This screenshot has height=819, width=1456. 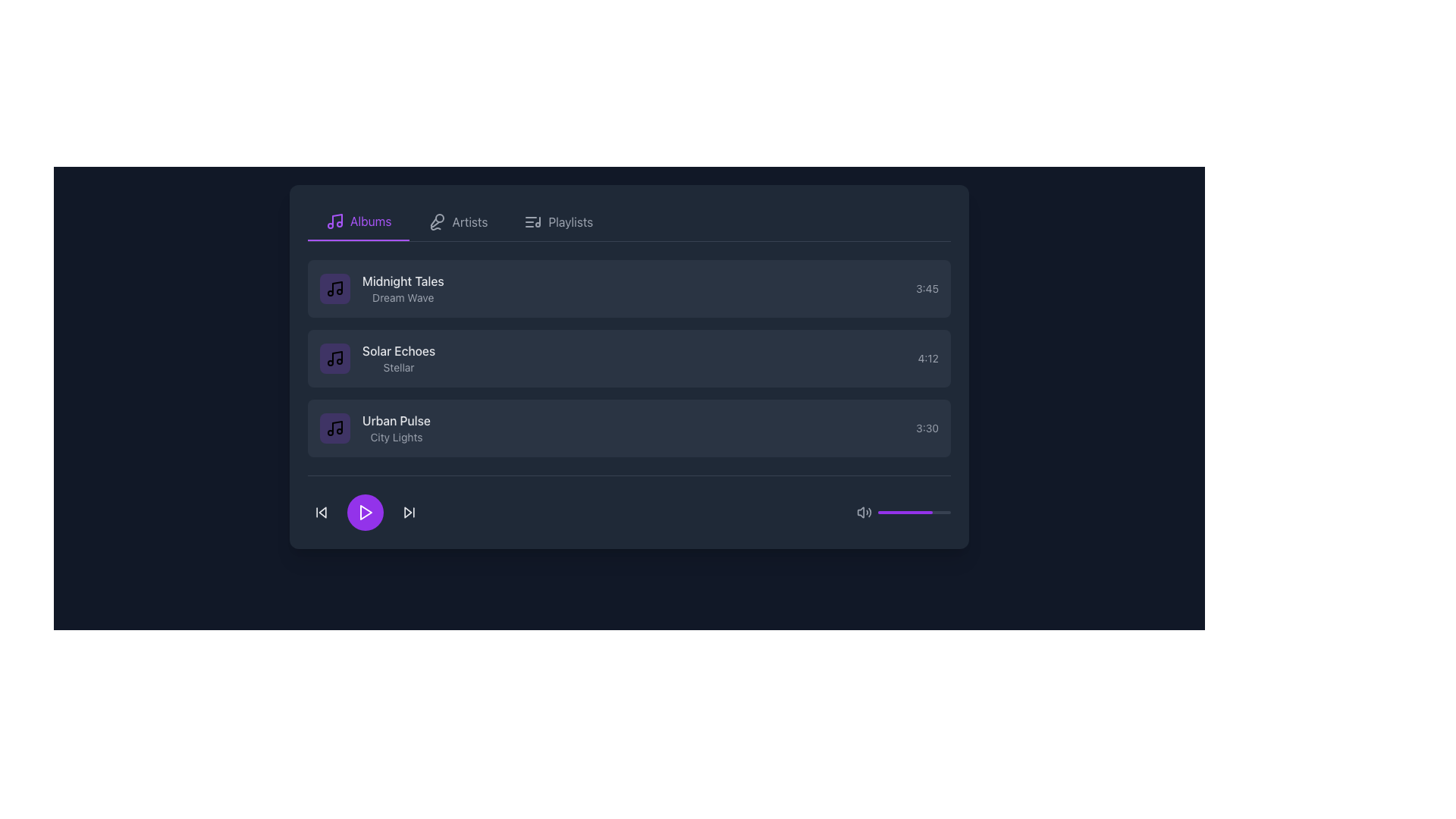 I want to click on the 'Playlists' button, which is the third button in the horizontal navigation group, so click(x=557, y=222).